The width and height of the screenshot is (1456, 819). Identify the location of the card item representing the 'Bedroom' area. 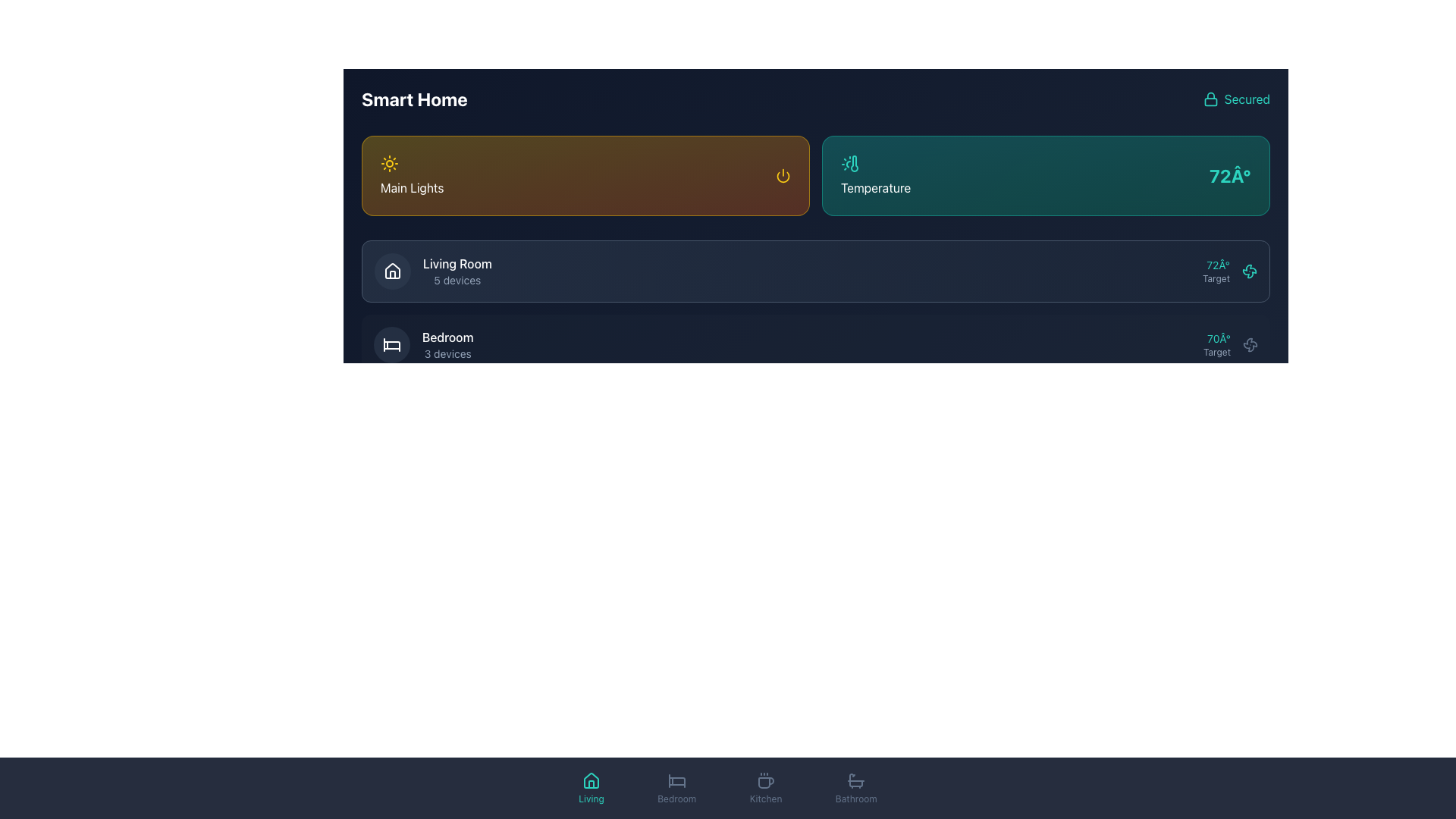
(814, 345).